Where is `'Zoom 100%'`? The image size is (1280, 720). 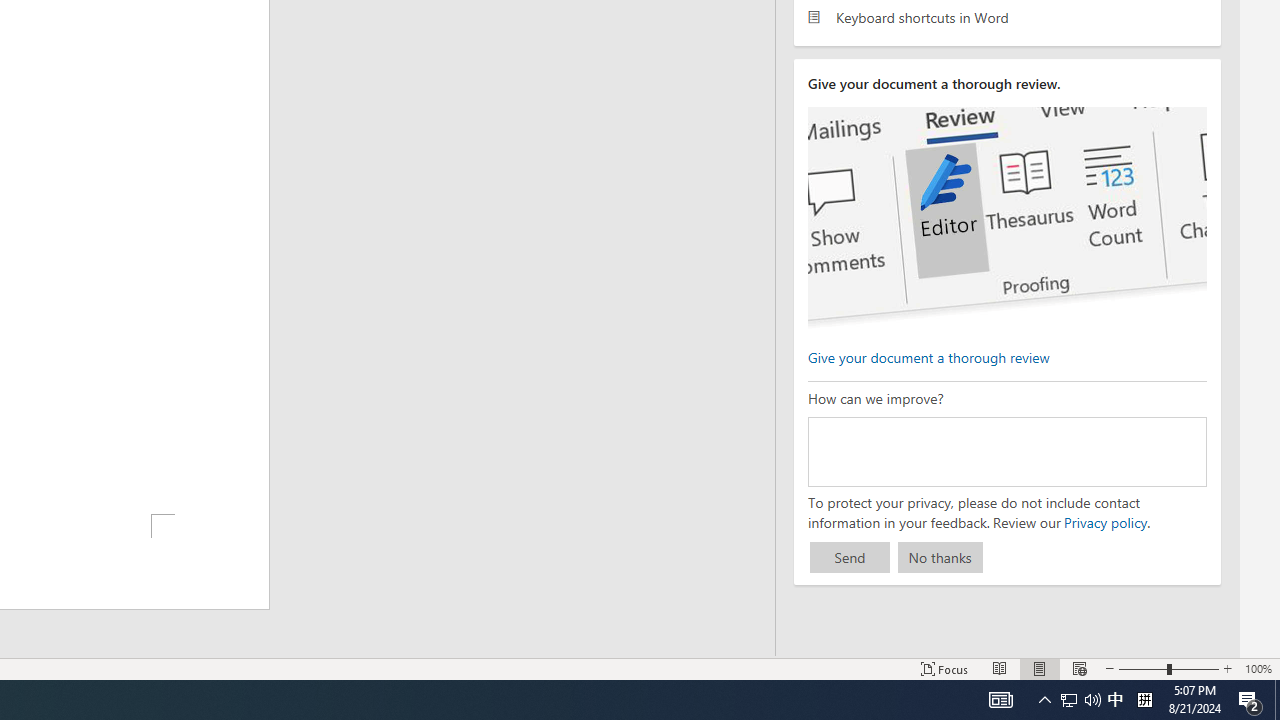 'Zoom 100%' is located at coordinates (1257, 669).